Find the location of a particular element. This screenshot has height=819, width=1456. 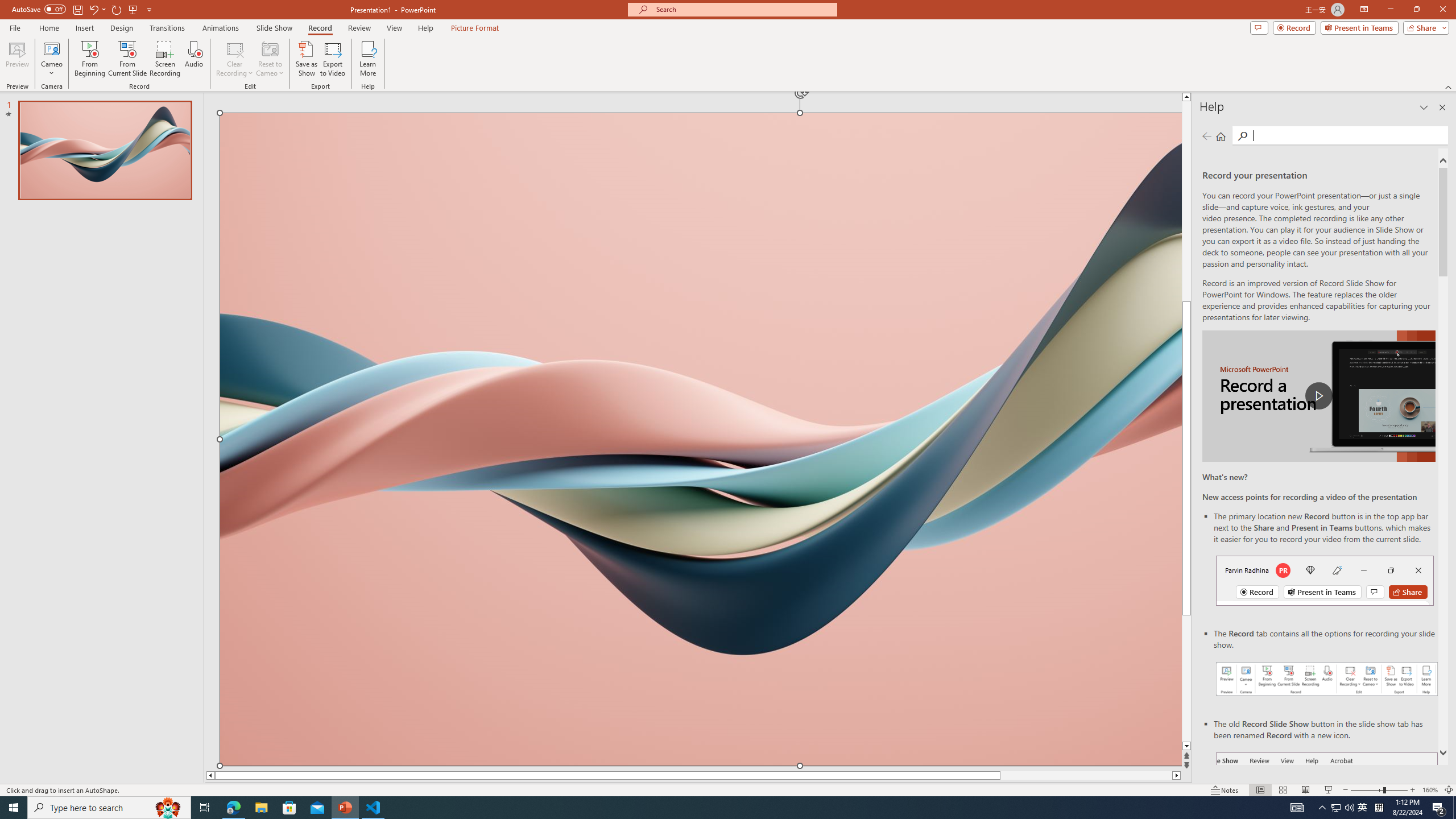

'Normal' is located at coordinates (1259, 790).